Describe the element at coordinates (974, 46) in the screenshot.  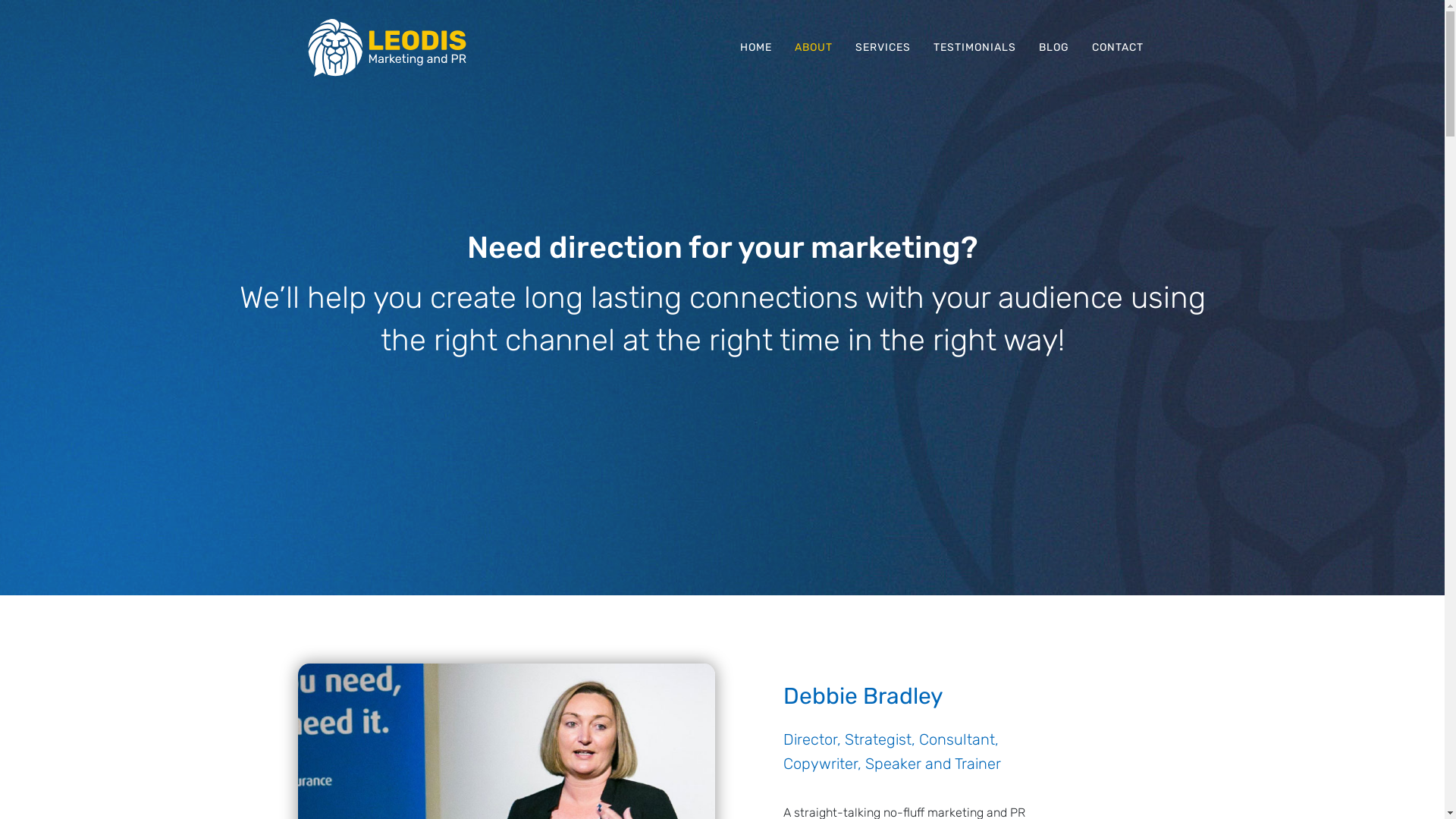
I see `'TESTIMONIALS'` at that location.